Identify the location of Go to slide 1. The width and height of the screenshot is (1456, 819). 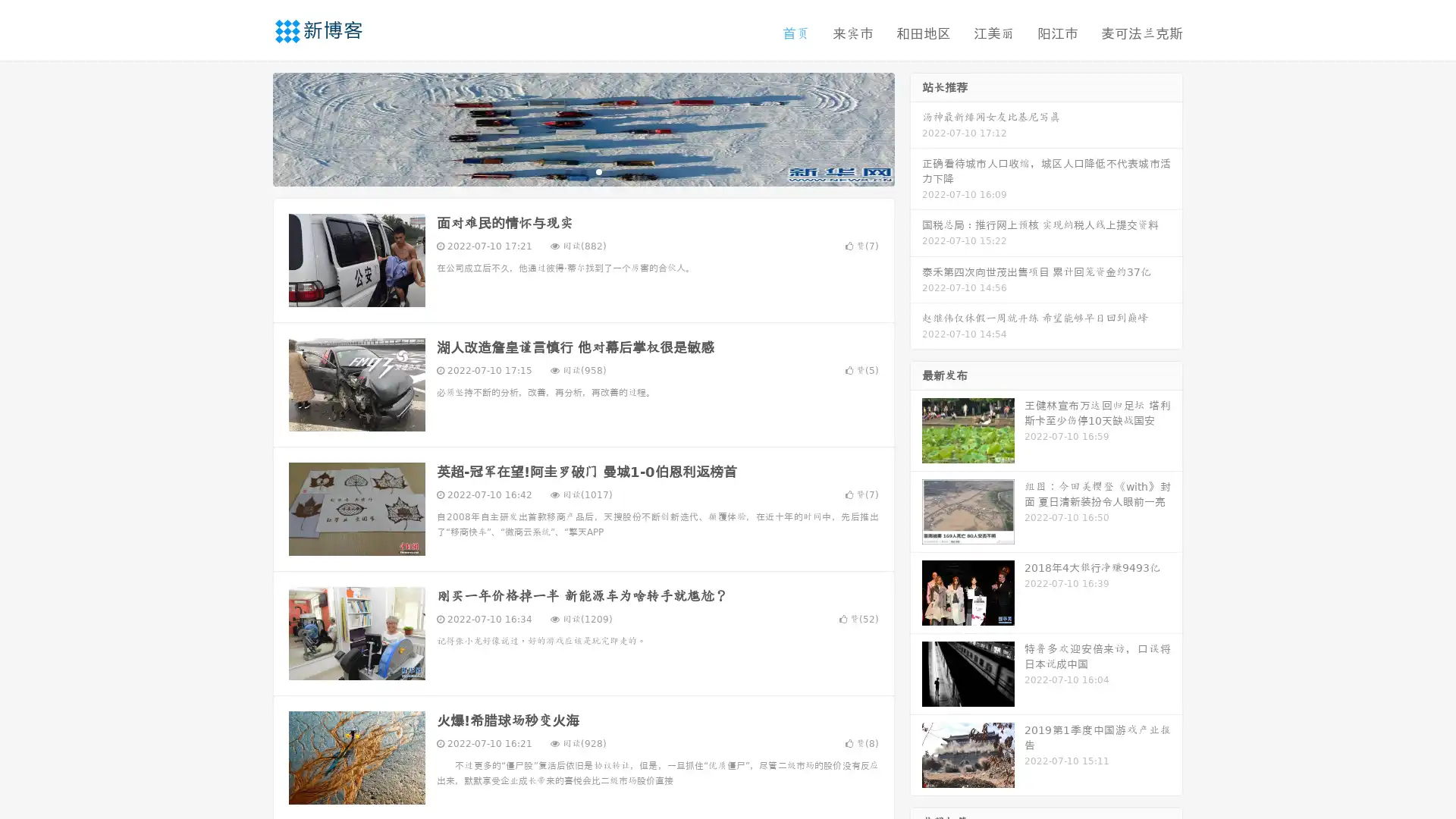
(567, 171).